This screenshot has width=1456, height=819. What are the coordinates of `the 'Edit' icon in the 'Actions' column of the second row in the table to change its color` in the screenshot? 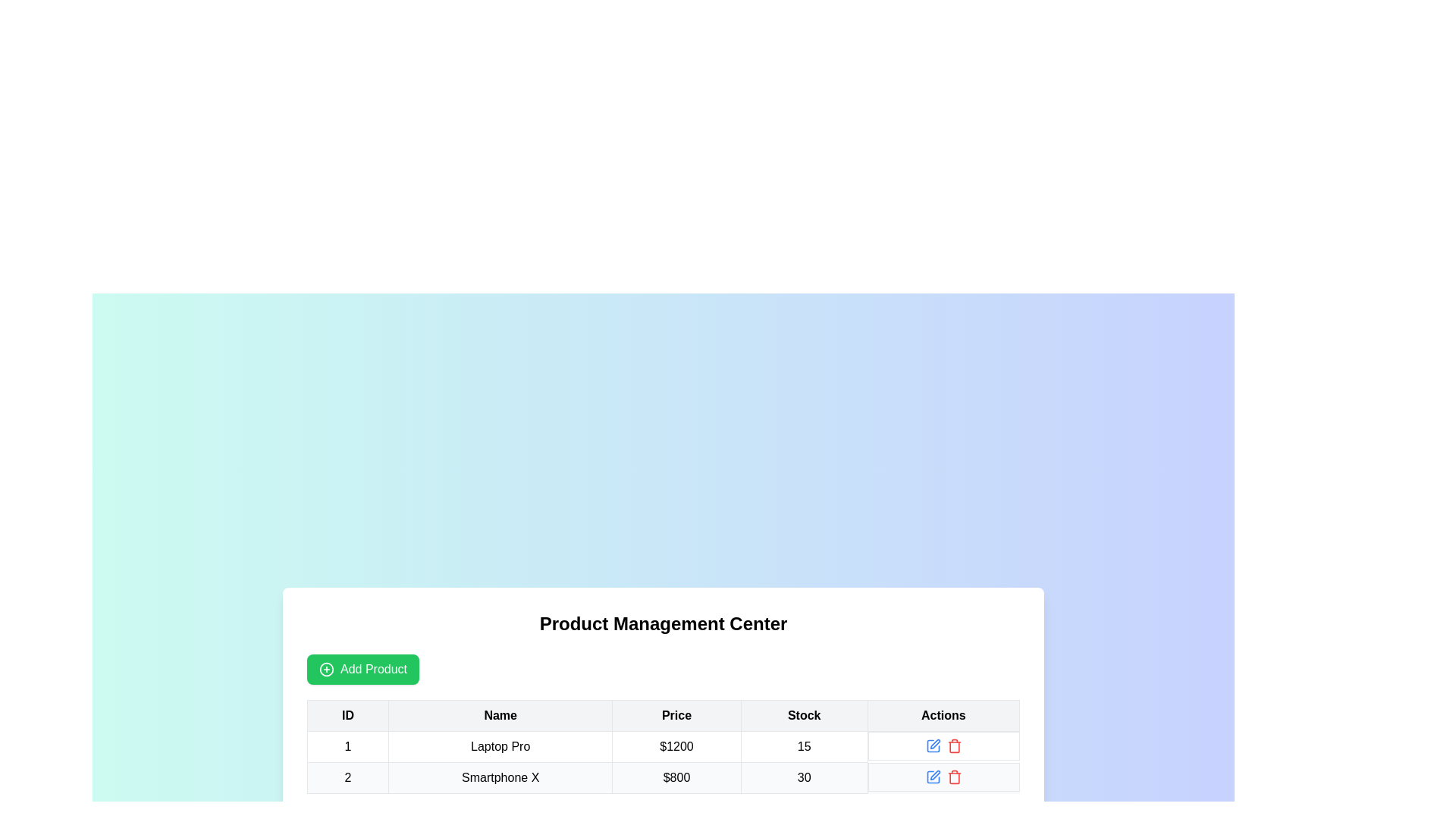 It's located at (932, 777).